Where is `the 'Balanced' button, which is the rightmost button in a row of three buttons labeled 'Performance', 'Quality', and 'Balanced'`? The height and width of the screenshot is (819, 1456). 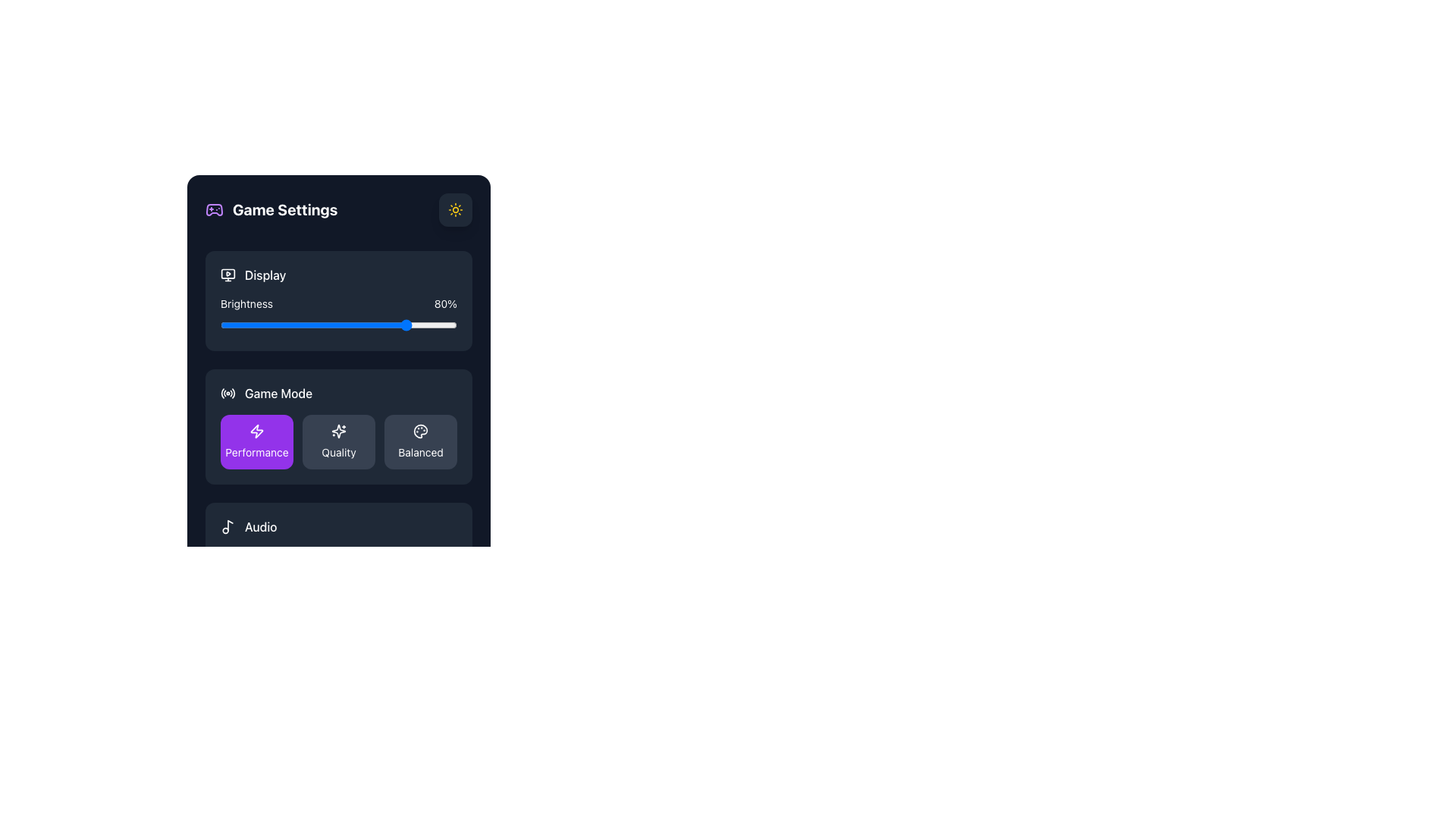
the 'Balanced' button, which is the rightmost button in a row of three buttons labeled 'Performance', 'Quality', and 'Balanced' is located at coordinates (421, 441).